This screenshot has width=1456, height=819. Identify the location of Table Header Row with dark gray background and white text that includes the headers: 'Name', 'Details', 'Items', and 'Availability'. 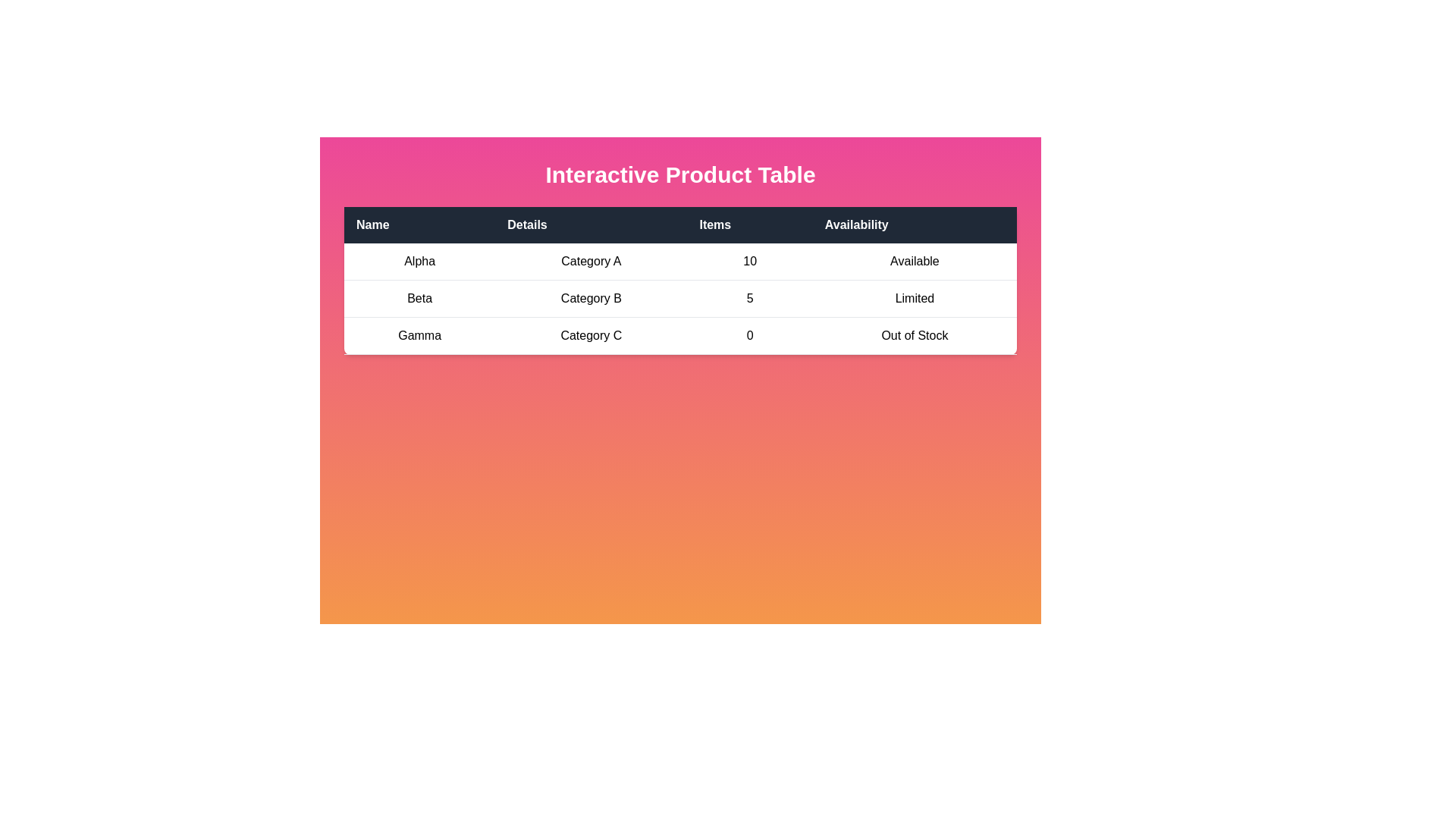
(679, 225).